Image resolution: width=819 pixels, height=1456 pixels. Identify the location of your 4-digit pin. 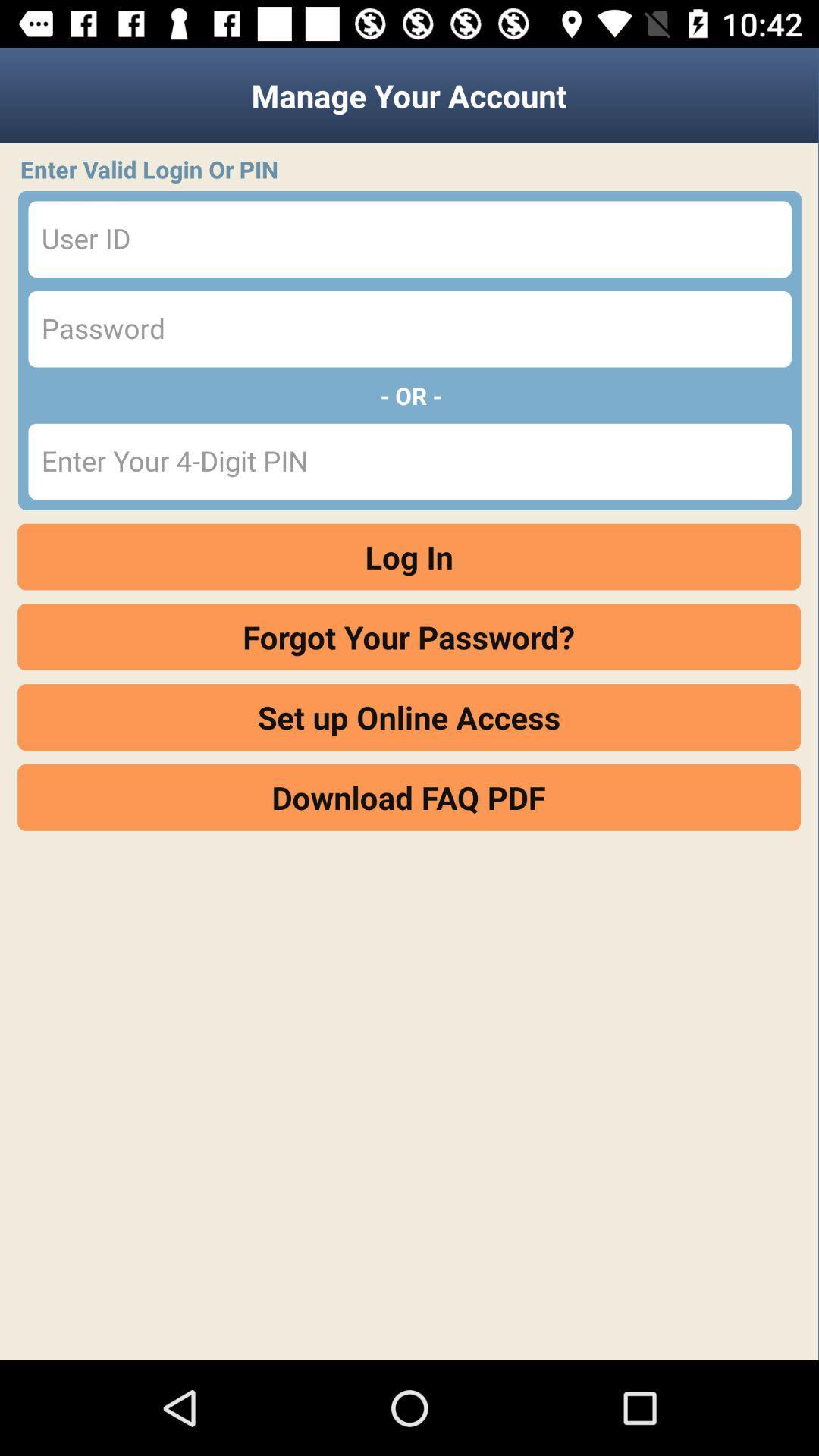
(409, 461).